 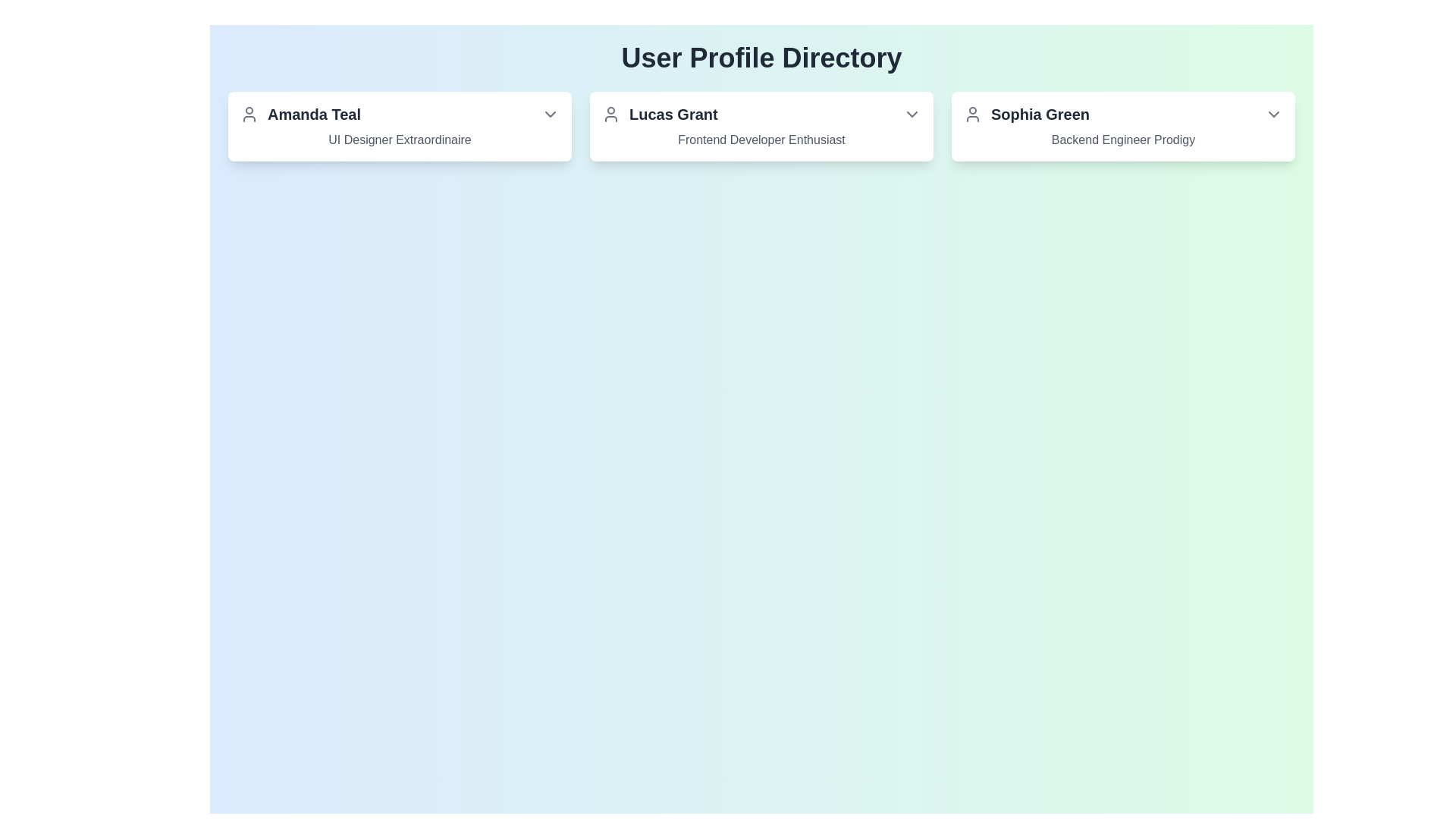 I want to click on the profile name text element located in the third card of the 'User Profile Directory' section, so click(x=1026, y=113).